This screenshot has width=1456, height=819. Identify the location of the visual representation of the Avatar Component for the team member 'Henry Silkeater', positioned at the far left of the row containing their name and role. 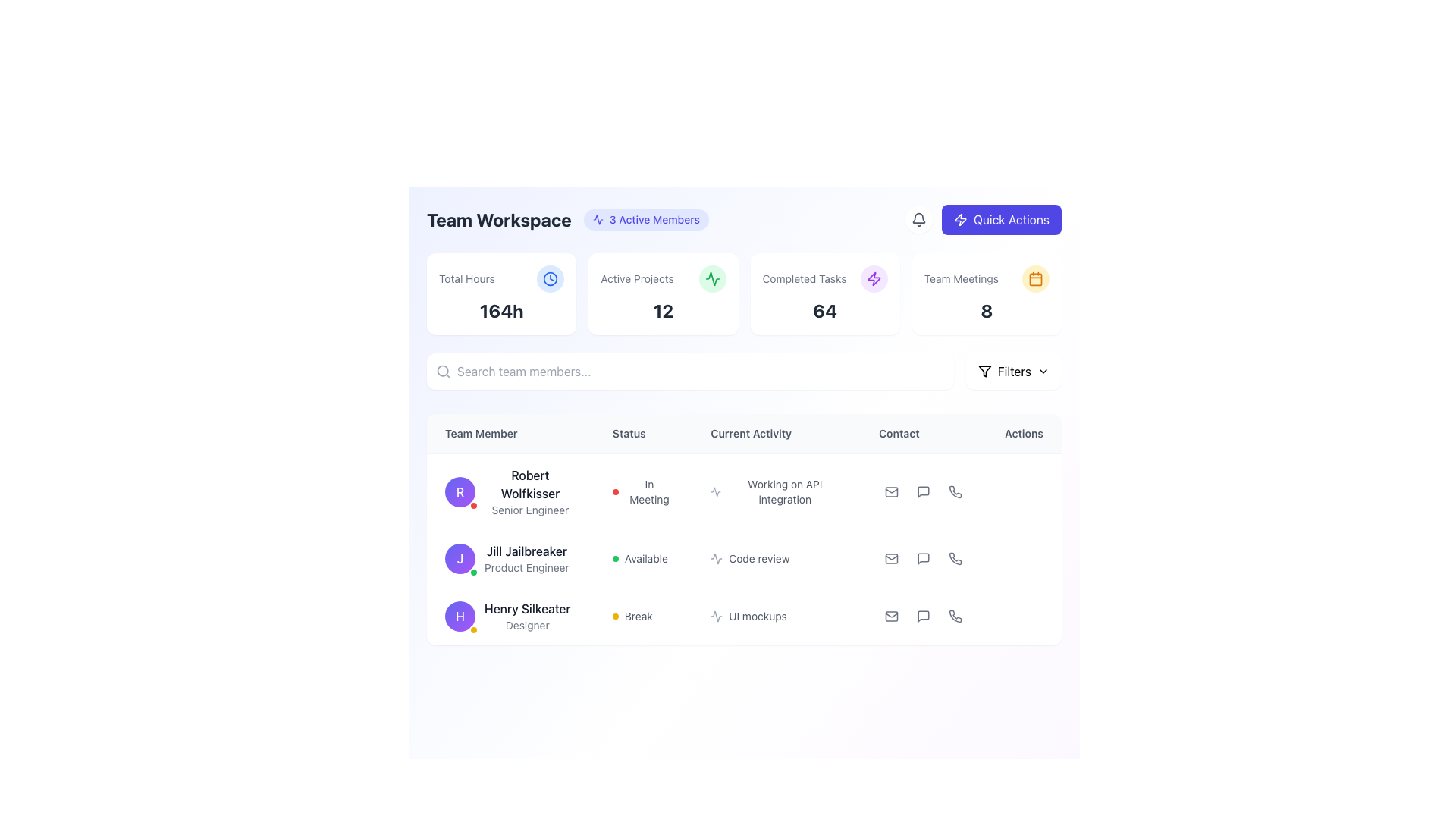
(459, 617).